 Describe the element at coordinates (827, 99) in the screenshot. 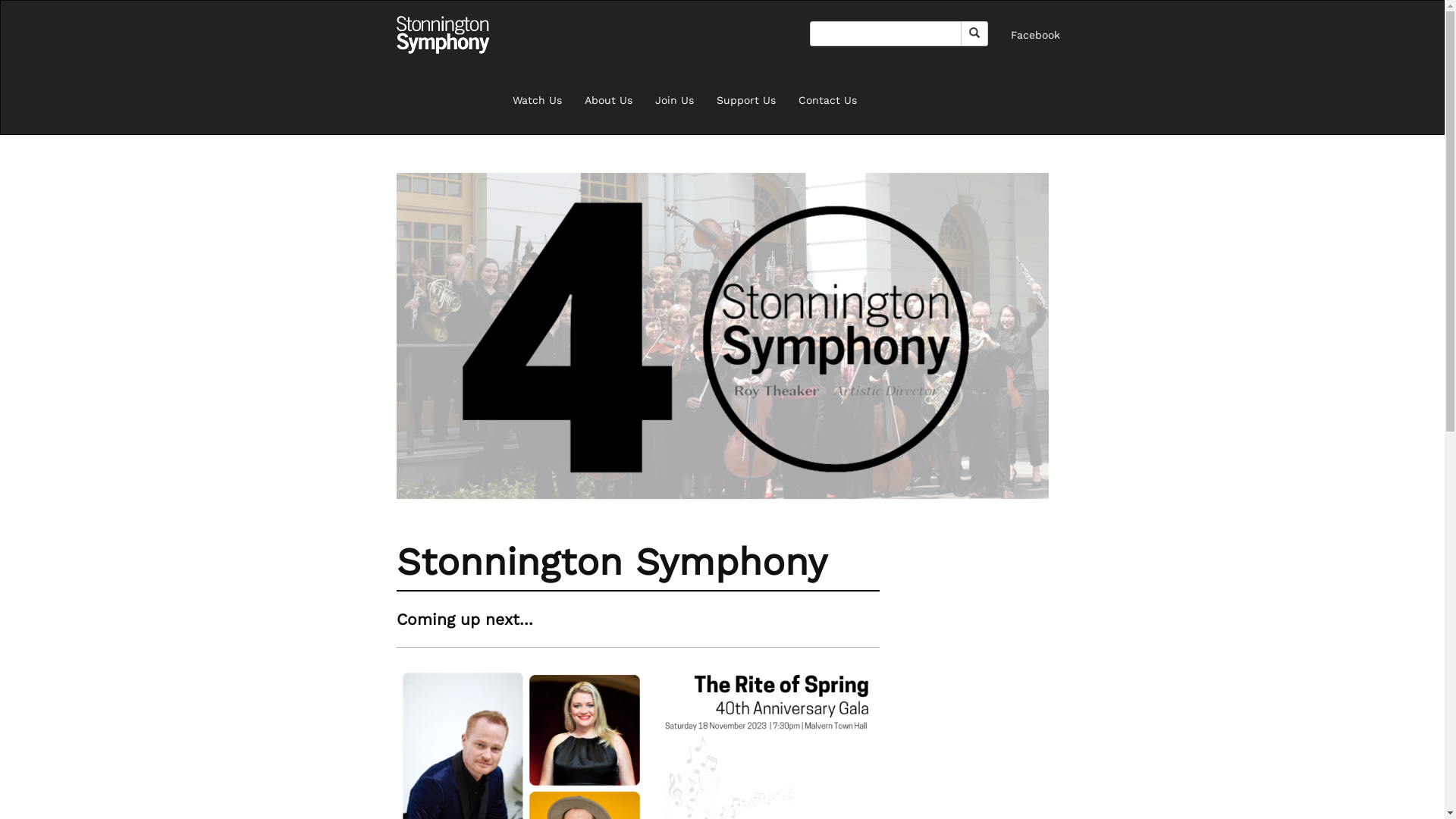

I see `'Contact Us'` at that location.